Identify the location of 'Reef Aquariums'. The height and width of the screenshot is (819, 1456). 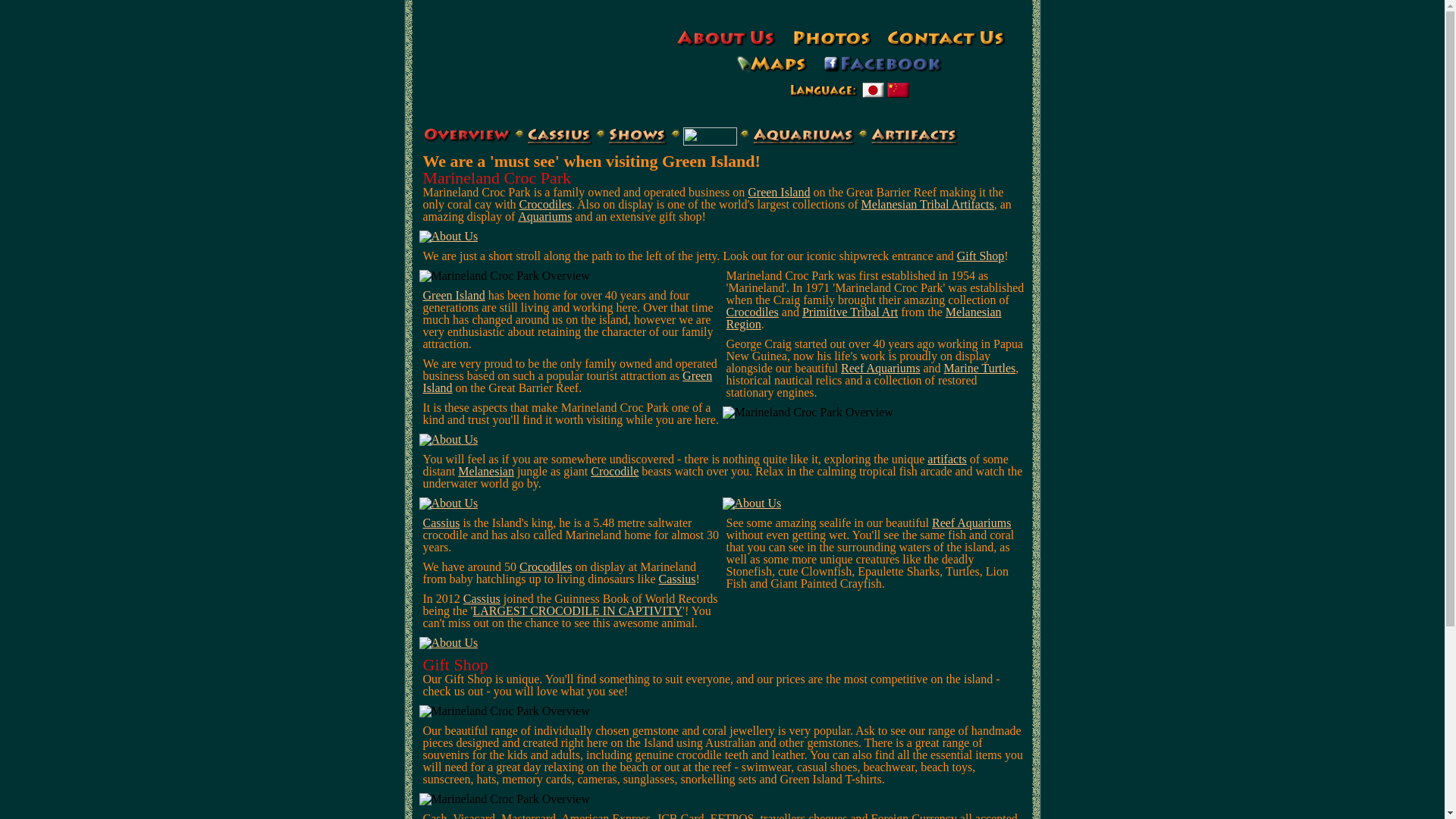
(930, 522).